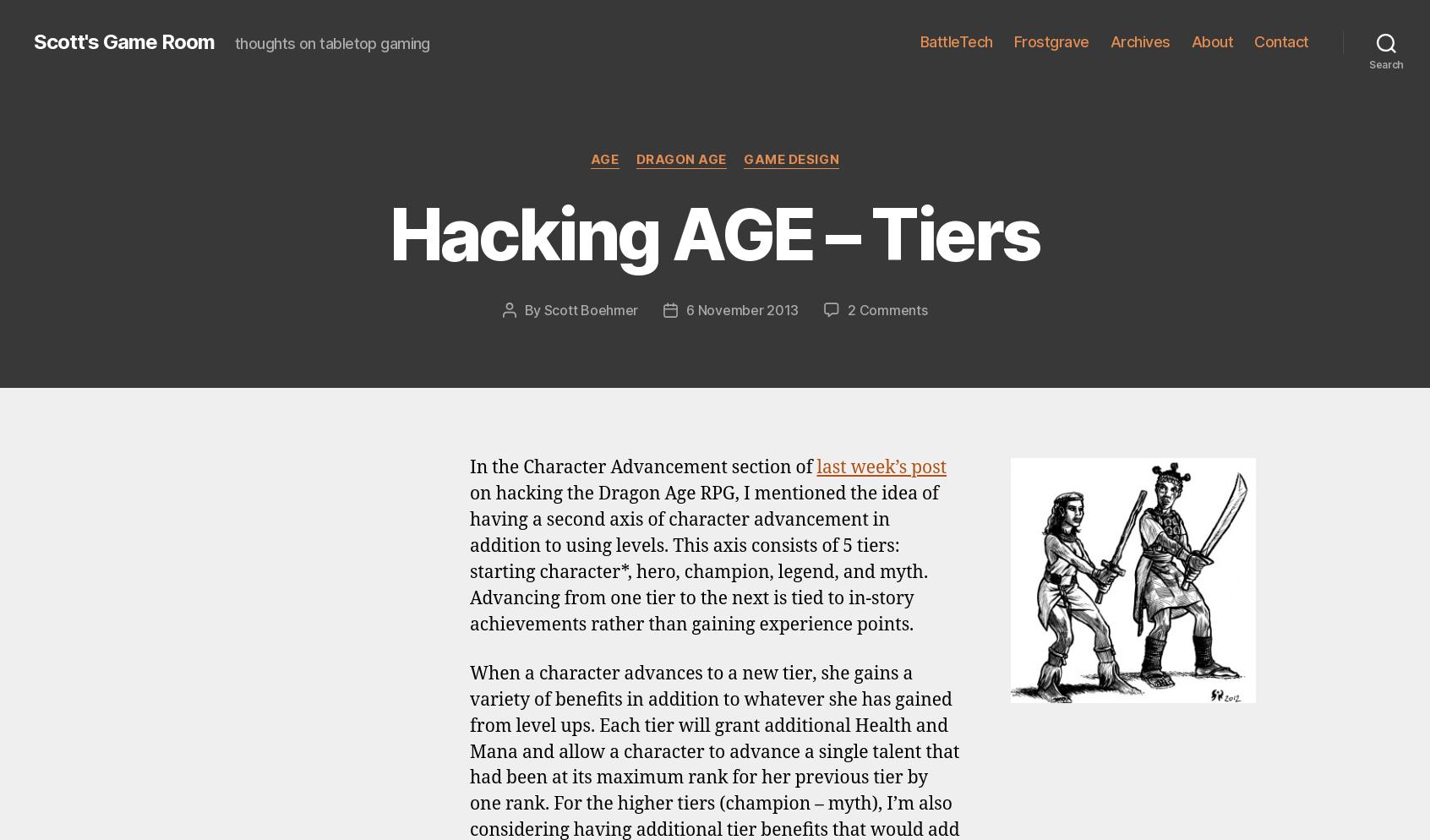  Describe the element at coordinates (858, 218) in the screenshot. I see `'Core Mechanics: Character Advancement'` at that location.